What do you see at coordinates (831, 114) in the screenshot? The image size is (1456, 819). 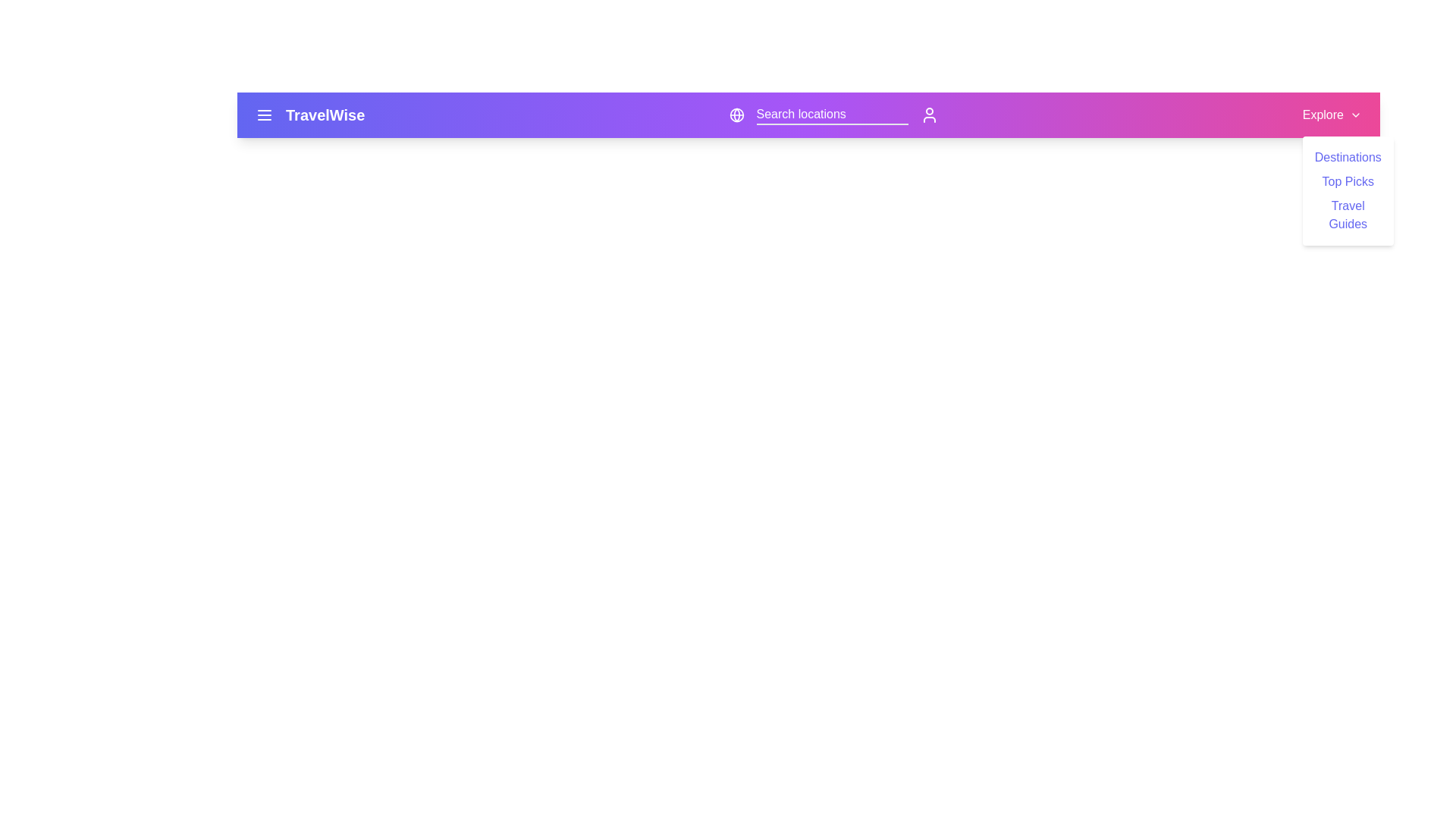 I see `the search bar and type 'Paris'` at bounding box center [831, 114].